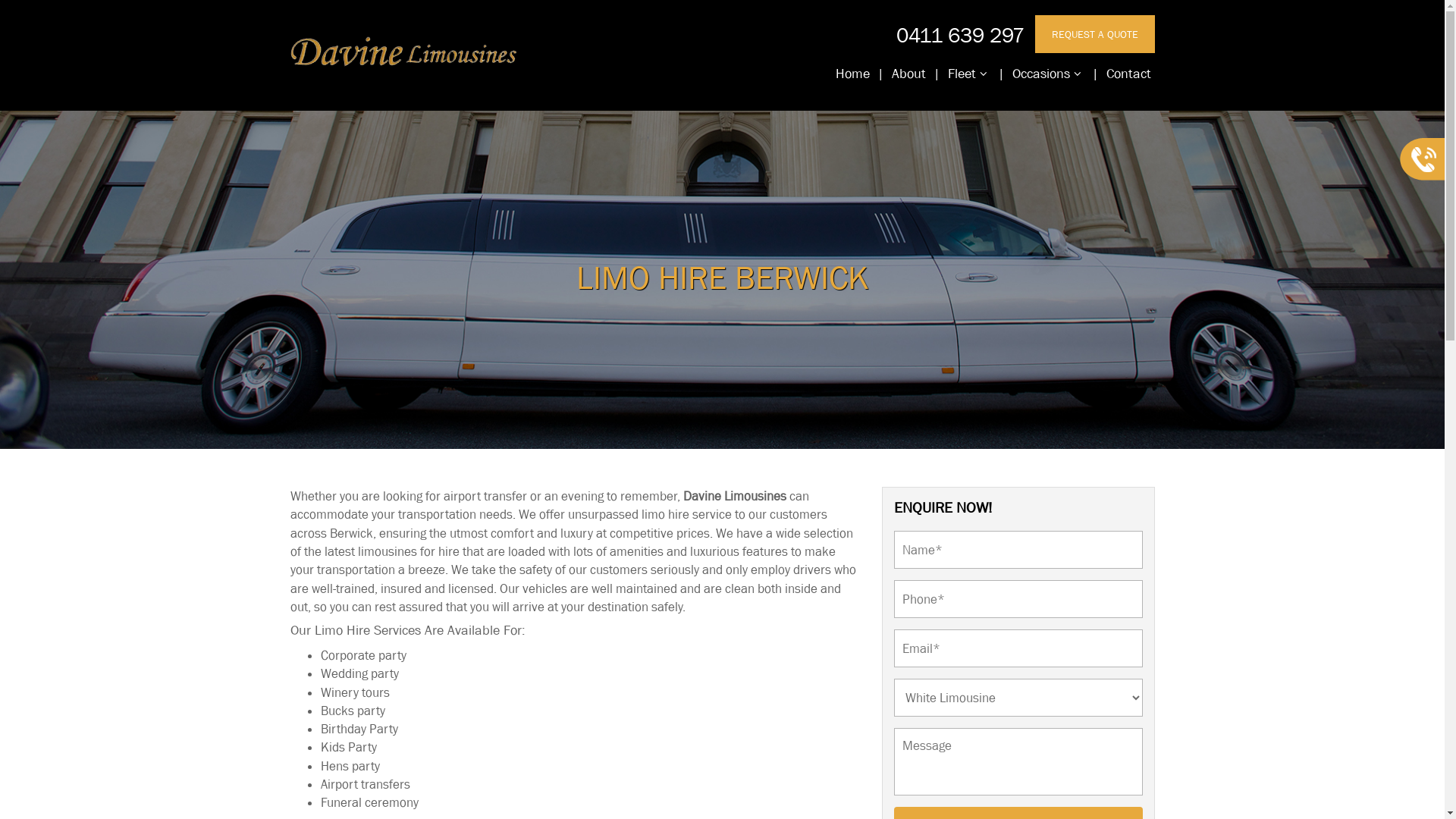  What do you see at coordinates (1128, 74) in the screenshot?
I see `'Contact'` at bounding box center [1128, 74].